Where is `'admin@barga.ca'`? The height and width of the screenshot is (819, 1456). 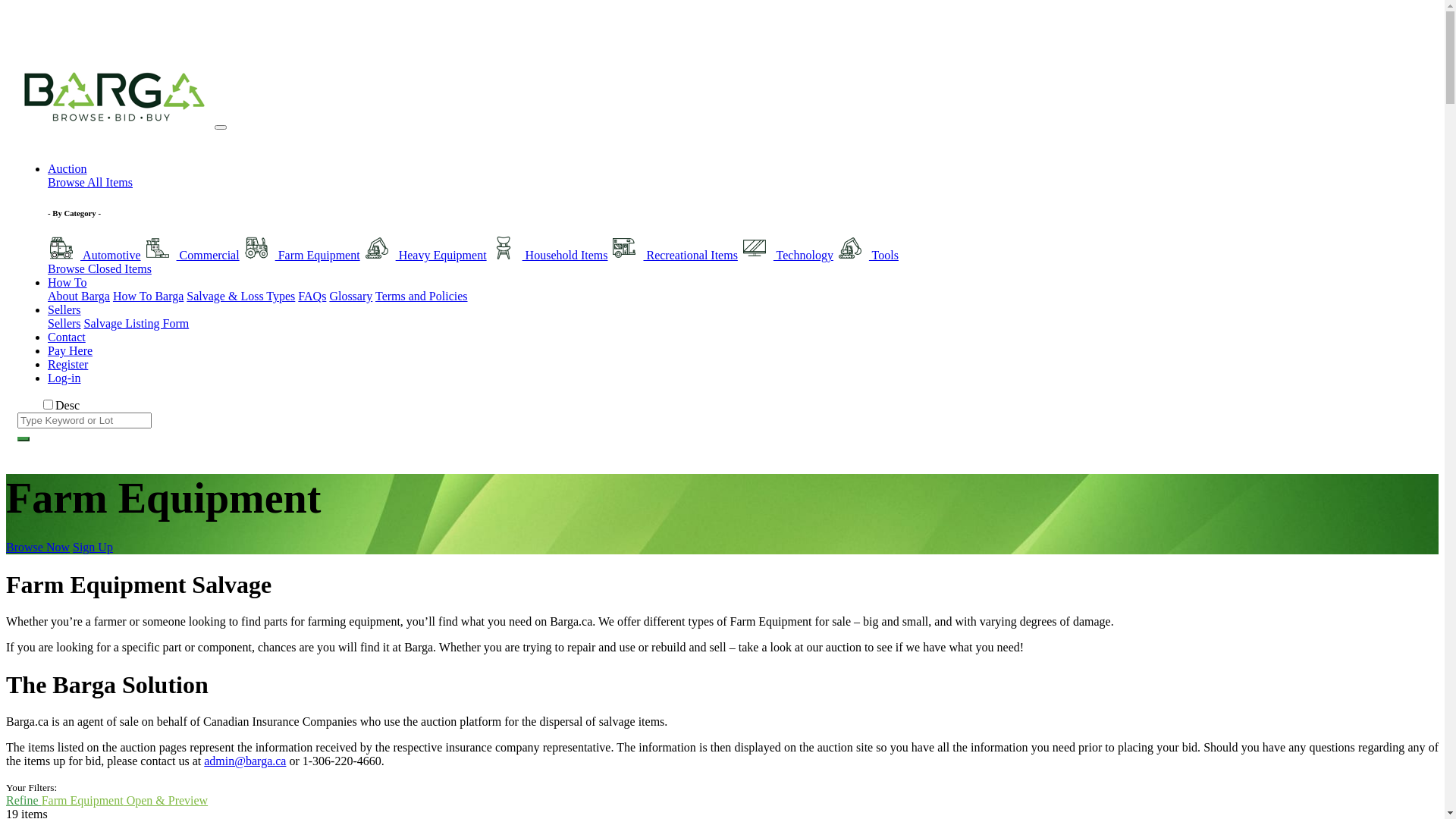 'admin@barga.ca' is located at coordinates (244, 761).